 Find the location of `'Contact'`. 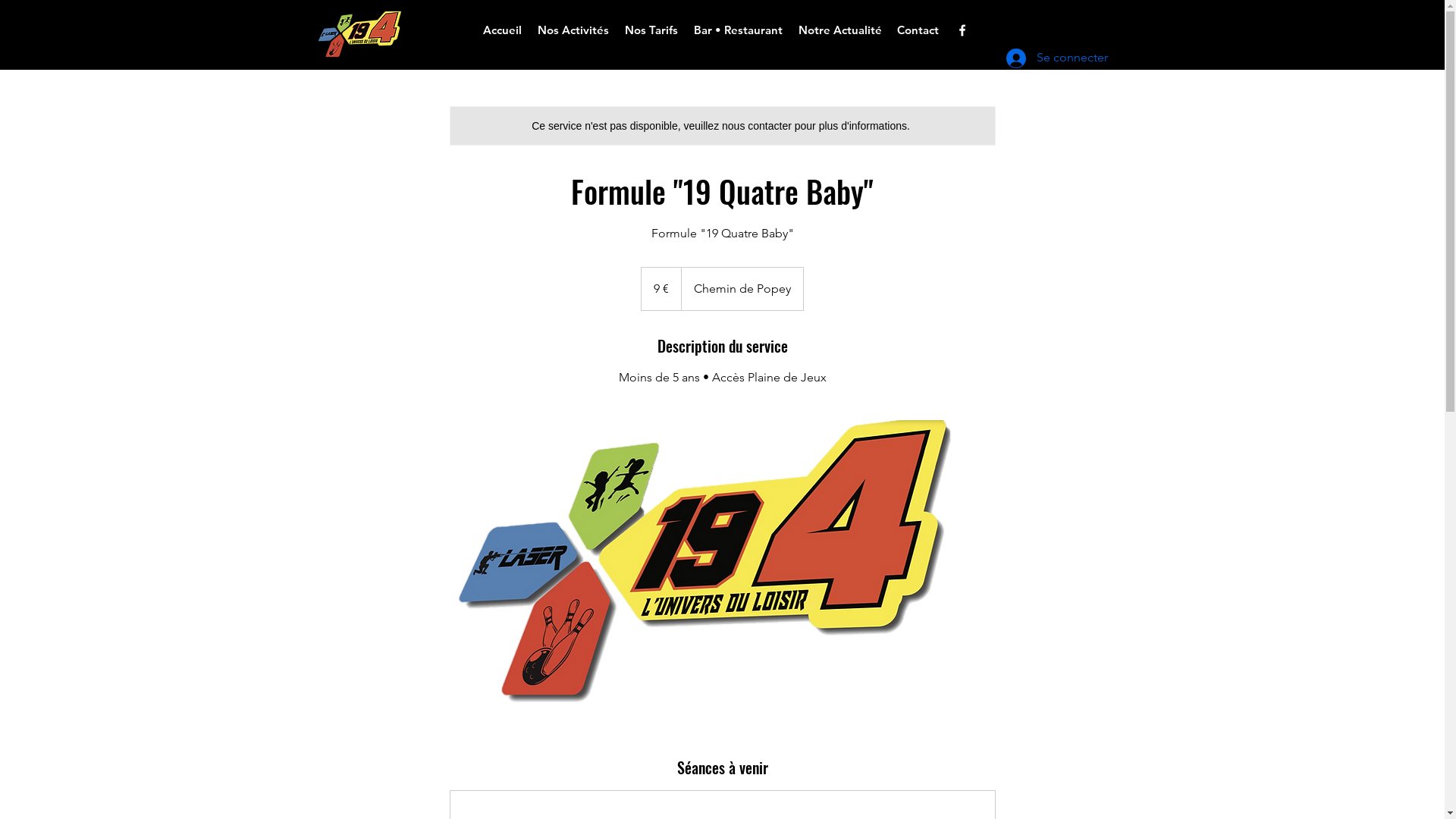

'Contact' is located at coordinates (916, 30).